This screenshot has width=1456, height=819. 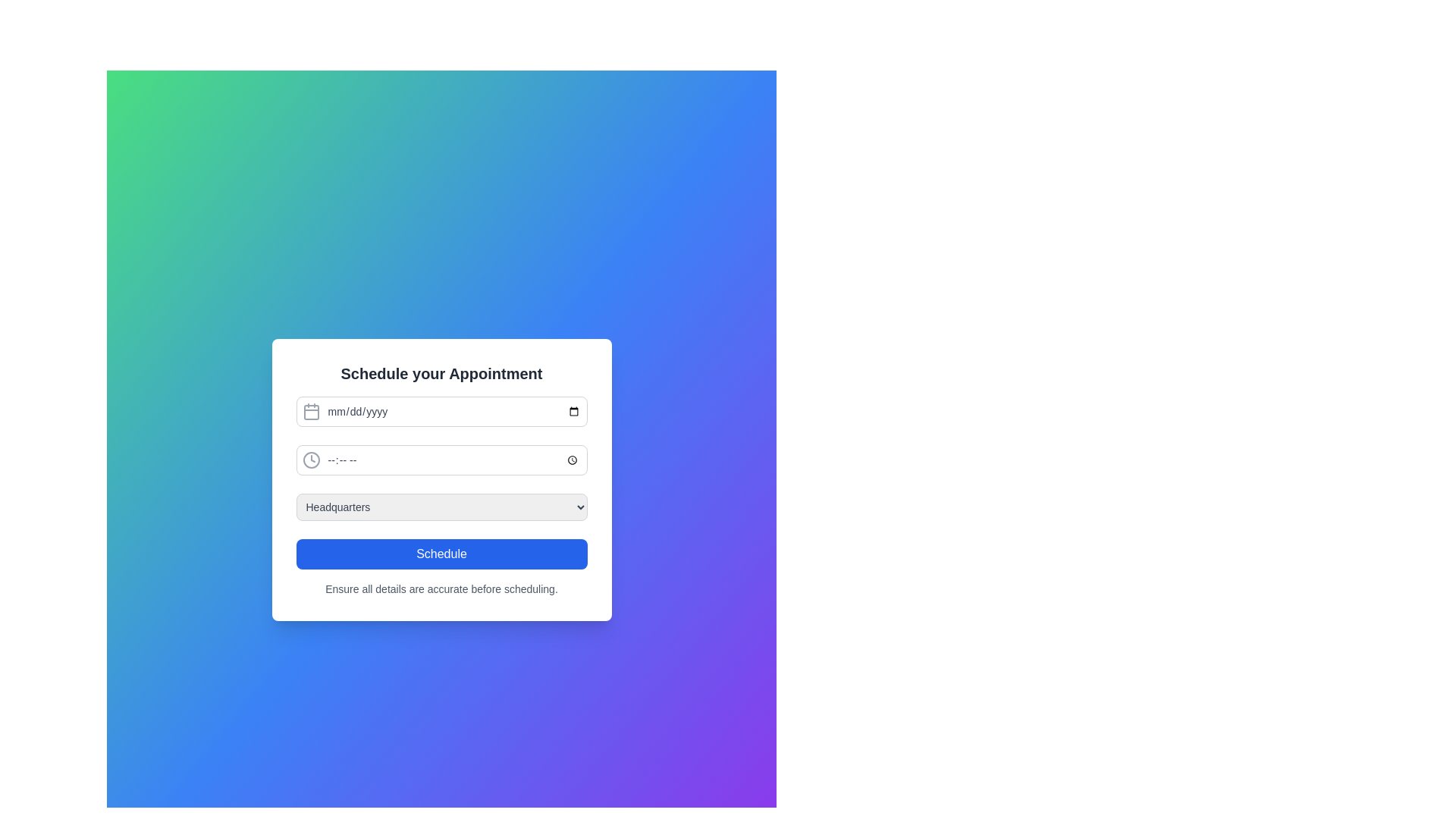 What do you see at coordinates (310, 459) in the screenshot?
I see `the clock icon, which is a modern, minimalistic design with a circular outline and clock hands, to focus on the time input field located at the top left of the input box` at bounding box center [310, 459].